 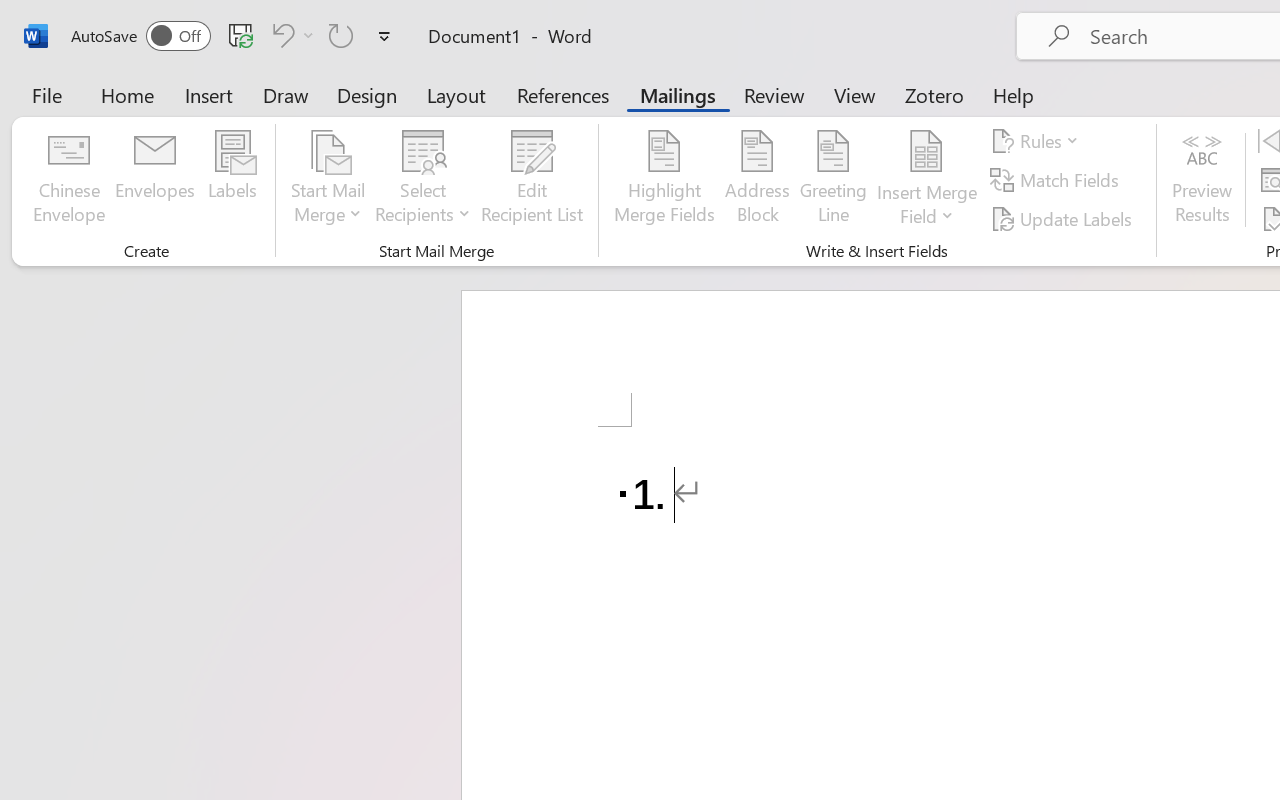 I want to click on 'Start Mail Merge', so click(x=328, y=179).